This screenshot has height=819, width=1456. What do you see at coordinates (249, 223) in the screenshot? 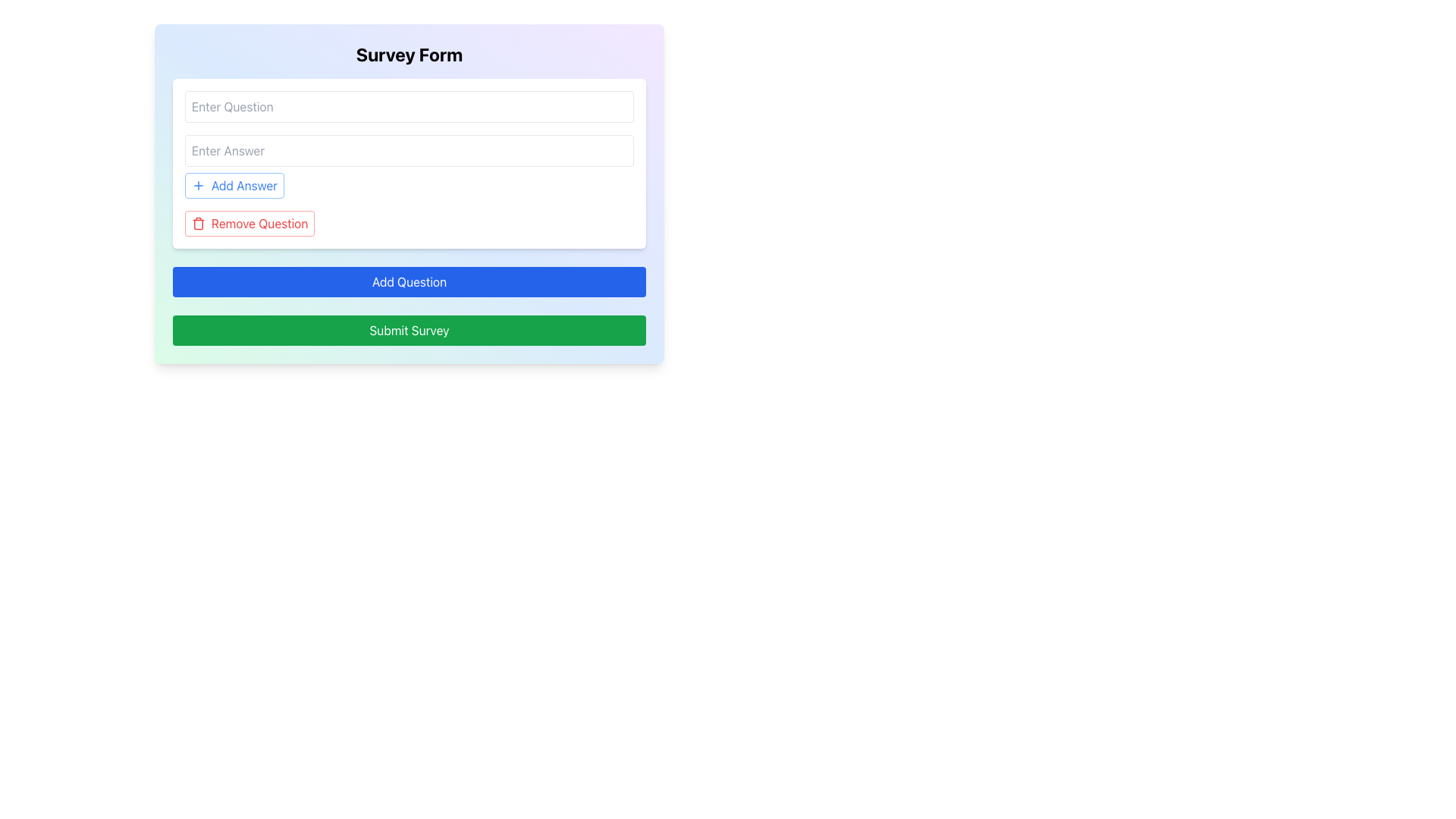
I see `the delete button for keyboard accessibility` at bounding box center [249, 223].